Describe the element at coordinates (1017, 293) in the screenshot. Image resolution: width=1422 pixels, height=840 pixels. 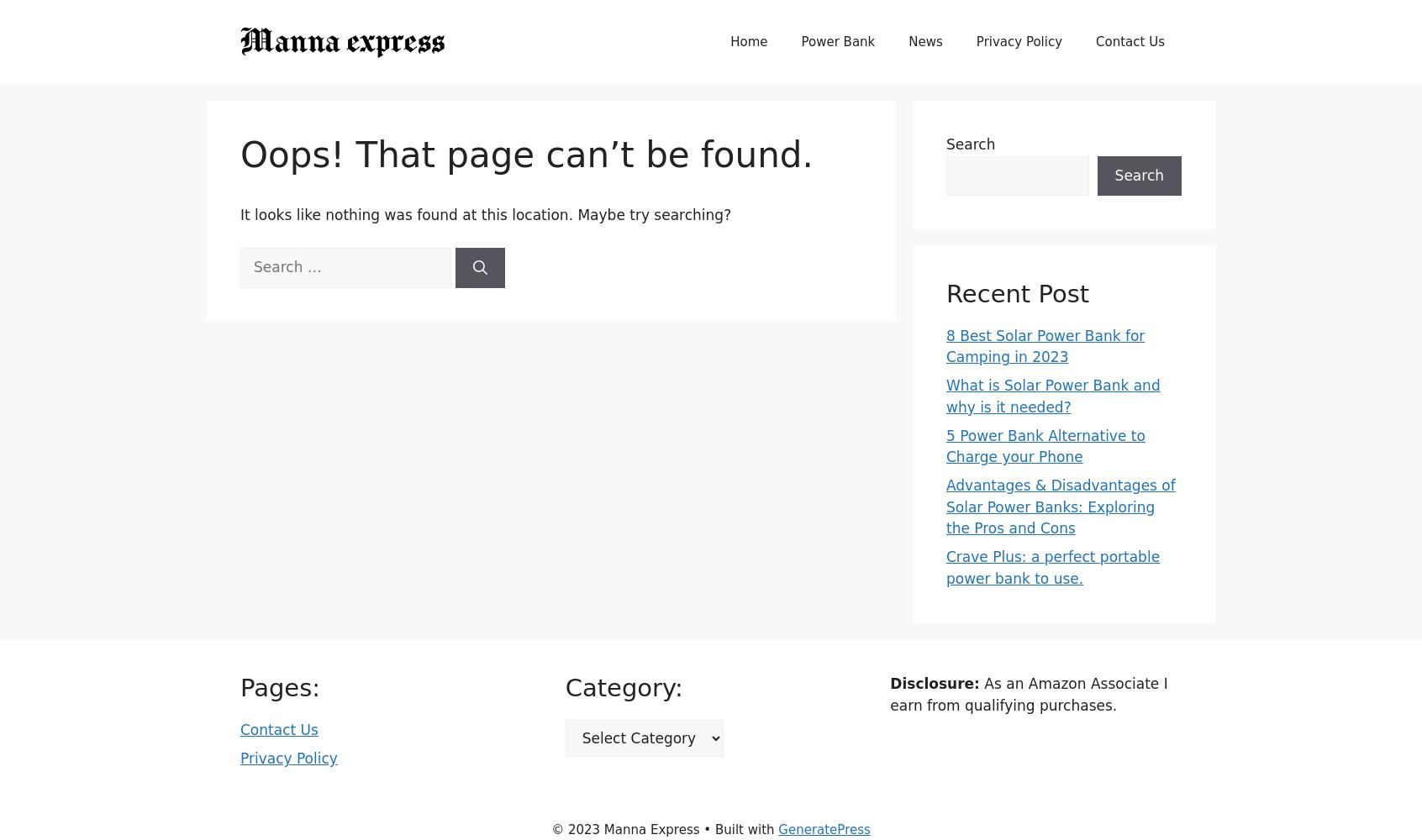
I see `'Recent Post'` at that location.